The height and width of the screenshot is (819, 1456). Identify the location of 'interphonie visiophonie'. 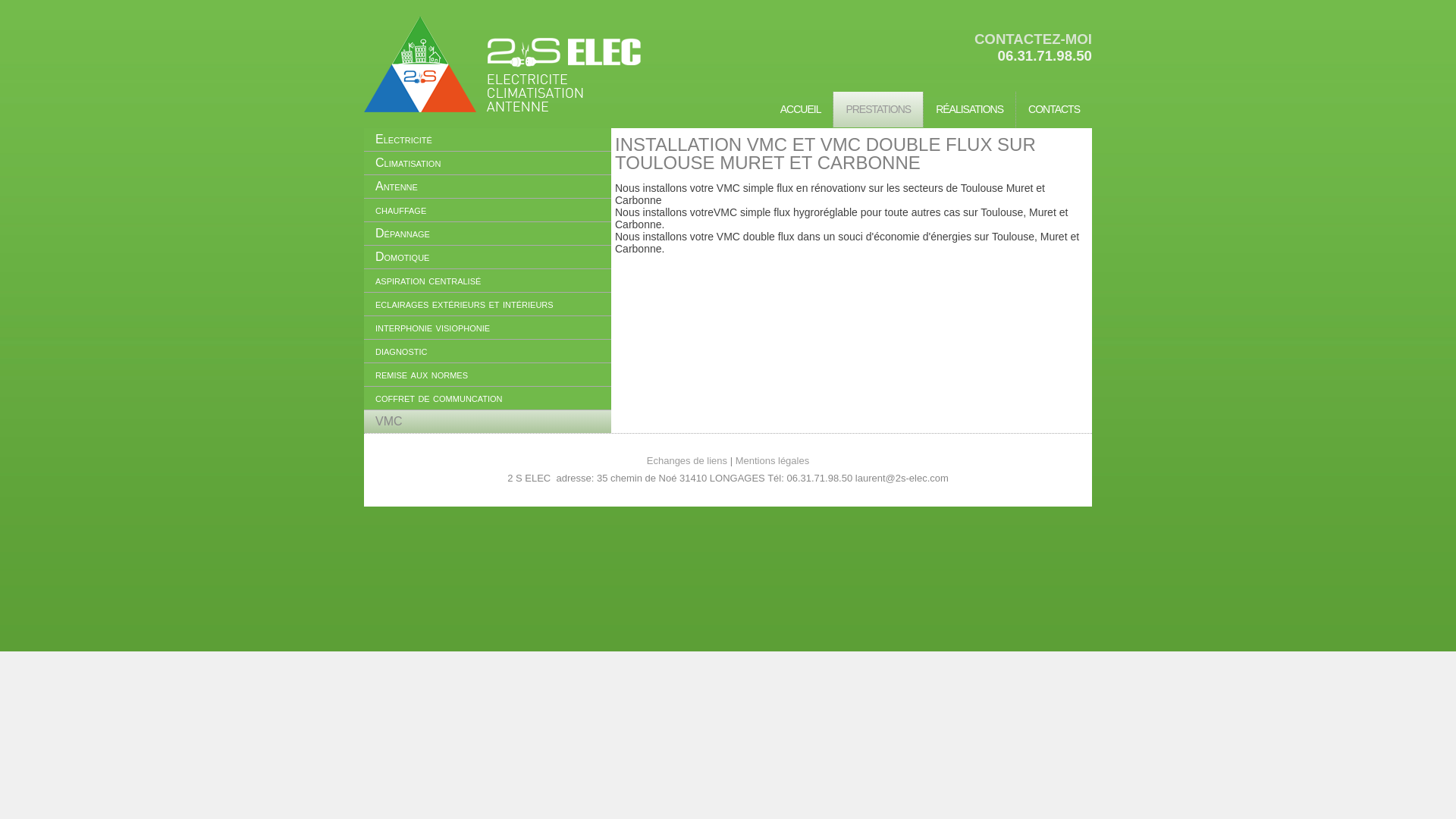
(488, 327).